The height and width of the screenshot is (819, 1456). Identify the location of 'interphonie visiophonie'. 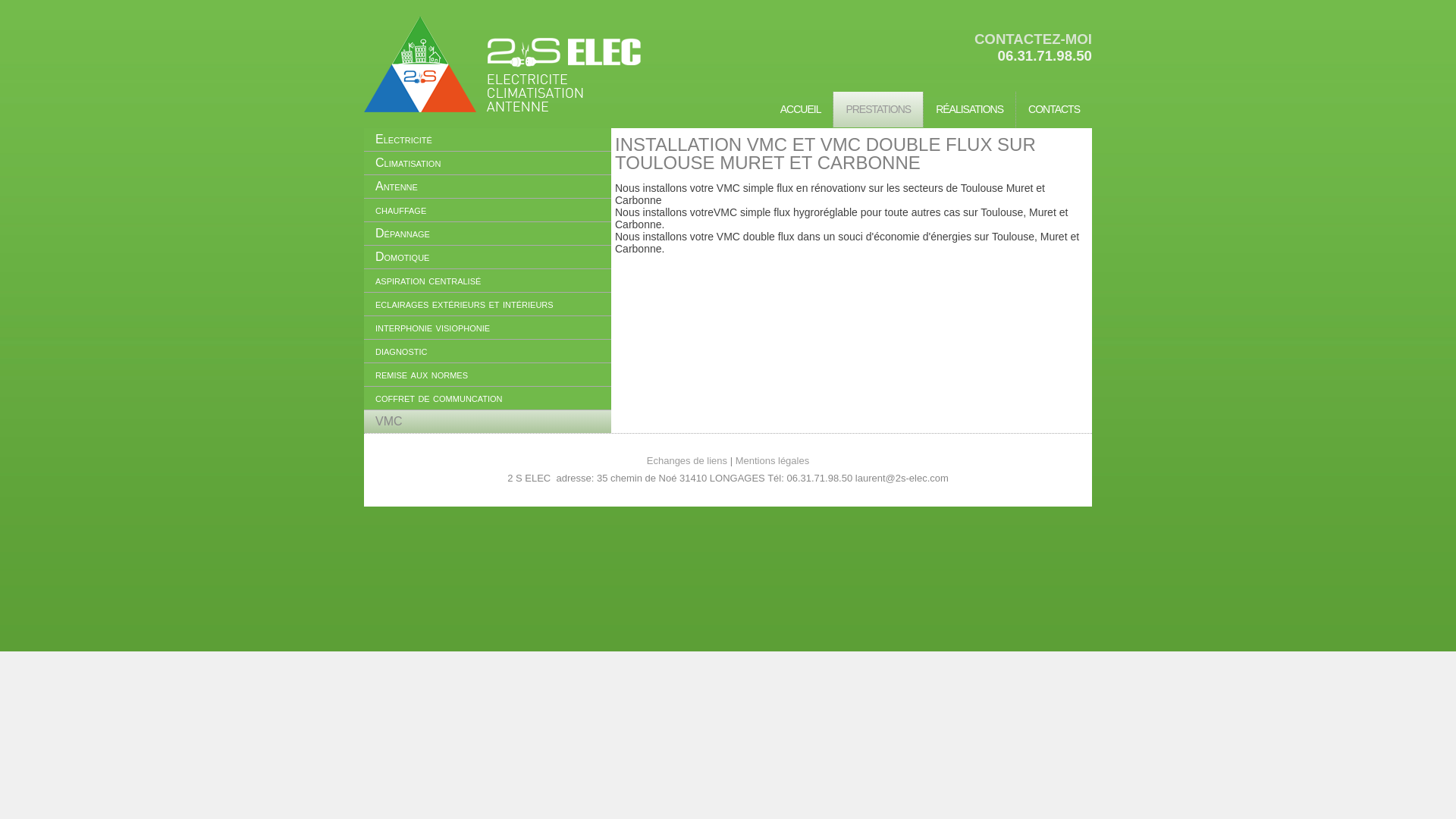
(488, 327).